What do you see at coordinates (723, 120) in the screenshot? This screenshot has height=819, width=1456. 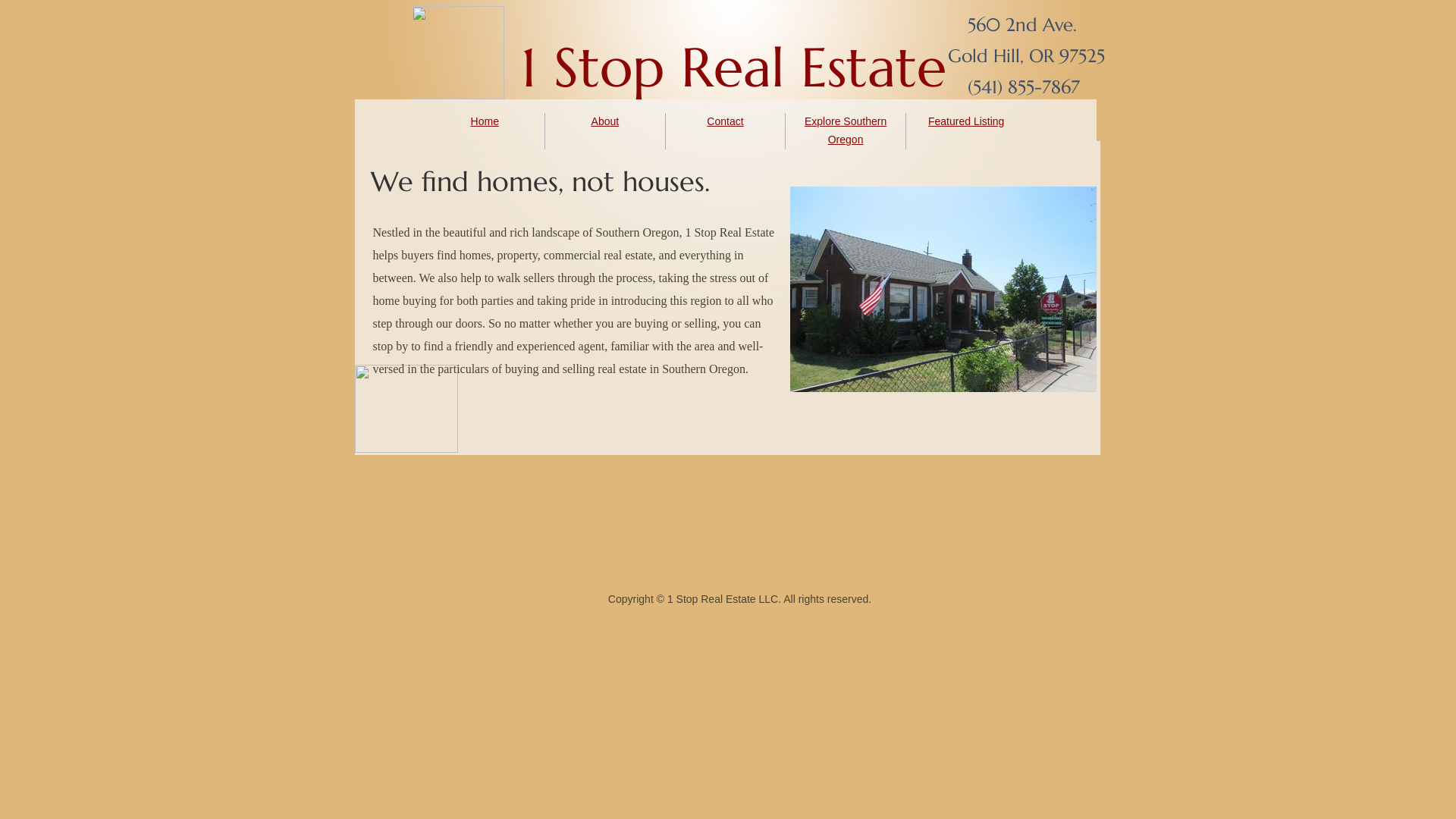 I see `'Contact'` at bounding box center [723, 120].